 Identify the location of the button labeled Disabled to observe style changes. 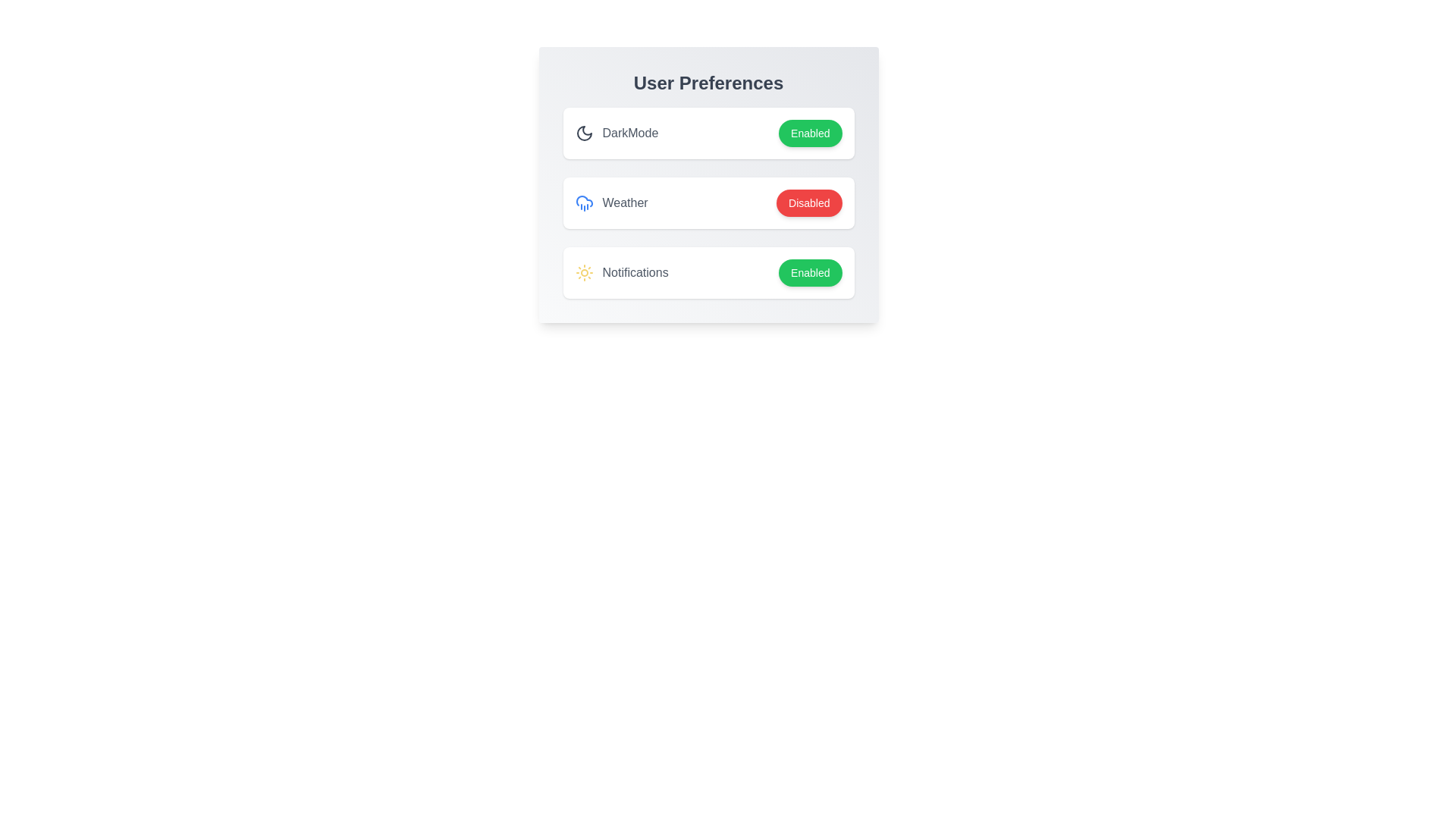
(808, 202).